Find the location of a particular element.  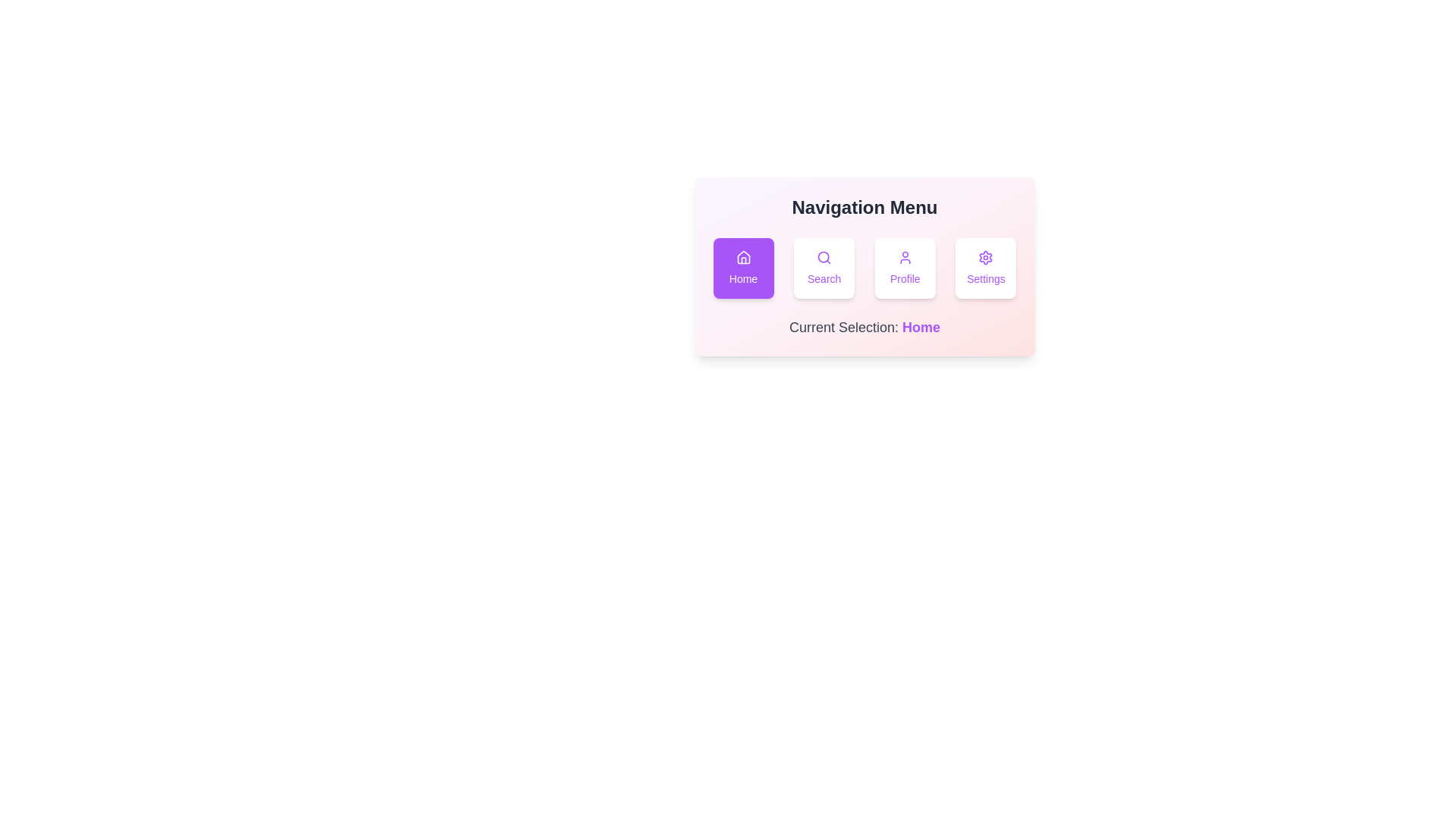

the Profile button to observe its hover animation is located at coordinates (905, 268).